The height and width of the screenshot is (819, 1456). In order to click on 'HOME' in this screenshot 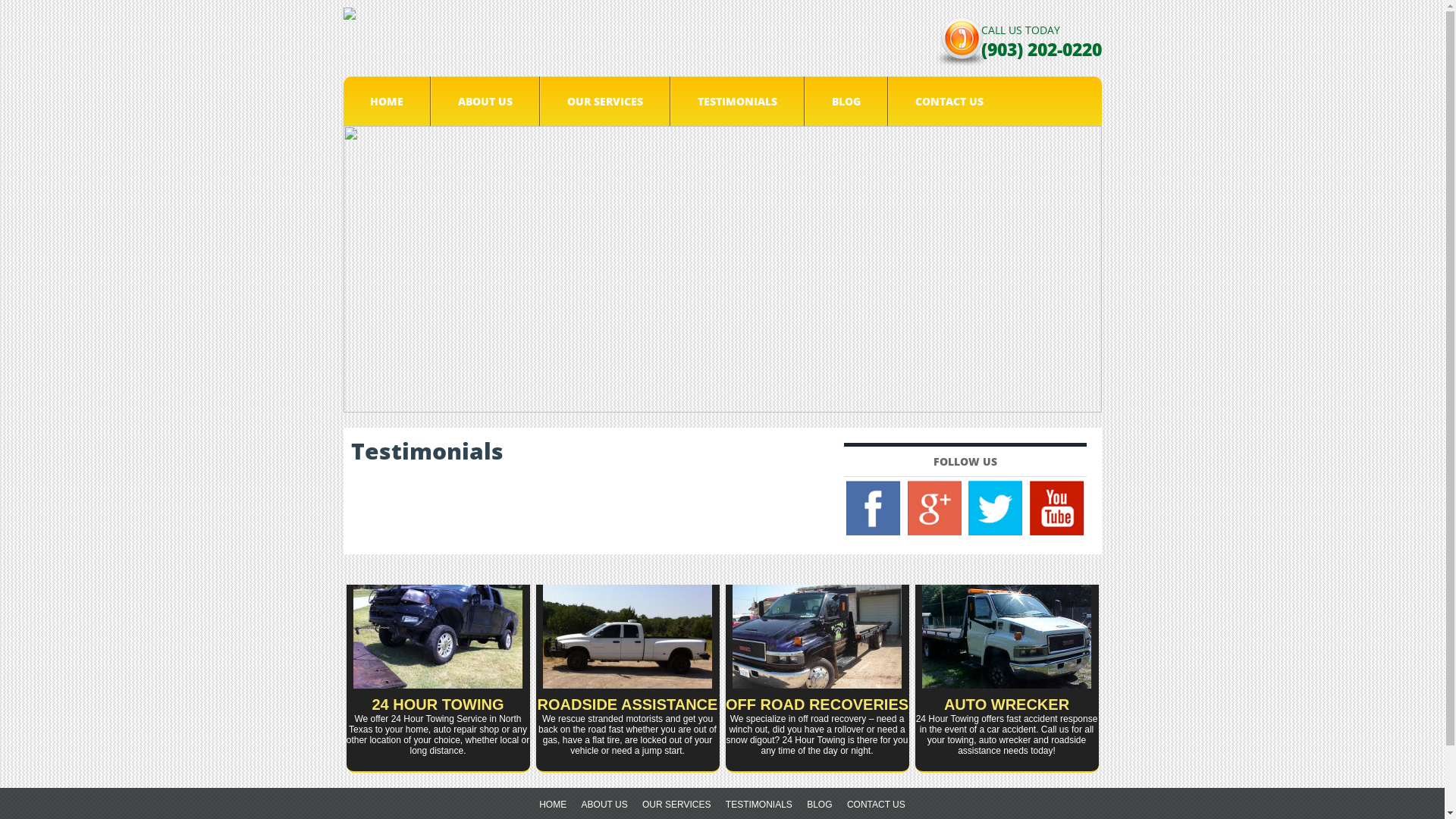, I will do `click(538, 803)`.